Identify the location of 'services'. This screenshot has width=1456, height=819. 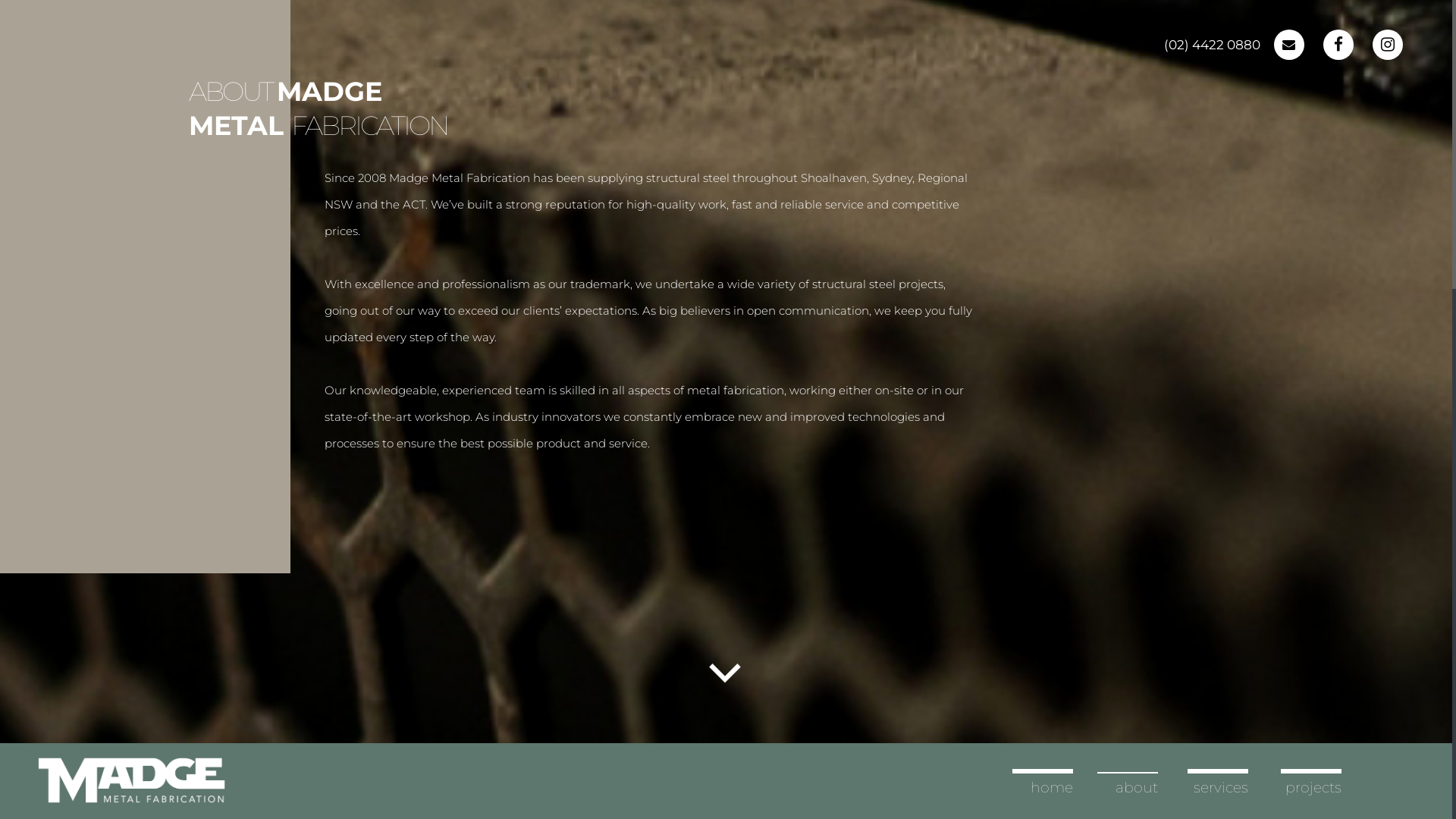
(1193, 786).